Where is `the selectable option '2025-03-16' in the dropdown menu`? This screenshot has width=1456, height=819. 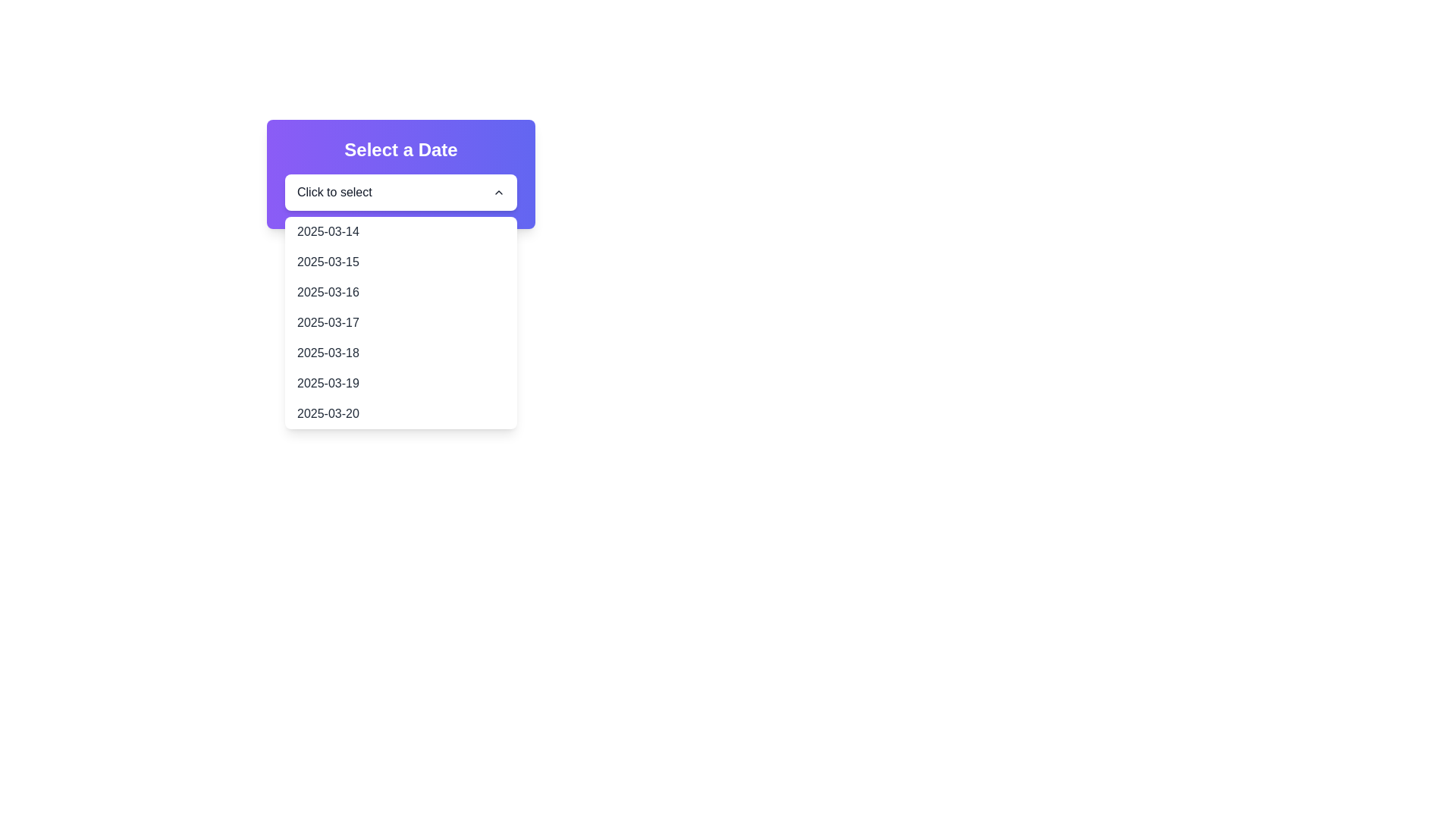
the selectable option '2025-03-16' in the dropdown menu is located at coordinates (327, 292).